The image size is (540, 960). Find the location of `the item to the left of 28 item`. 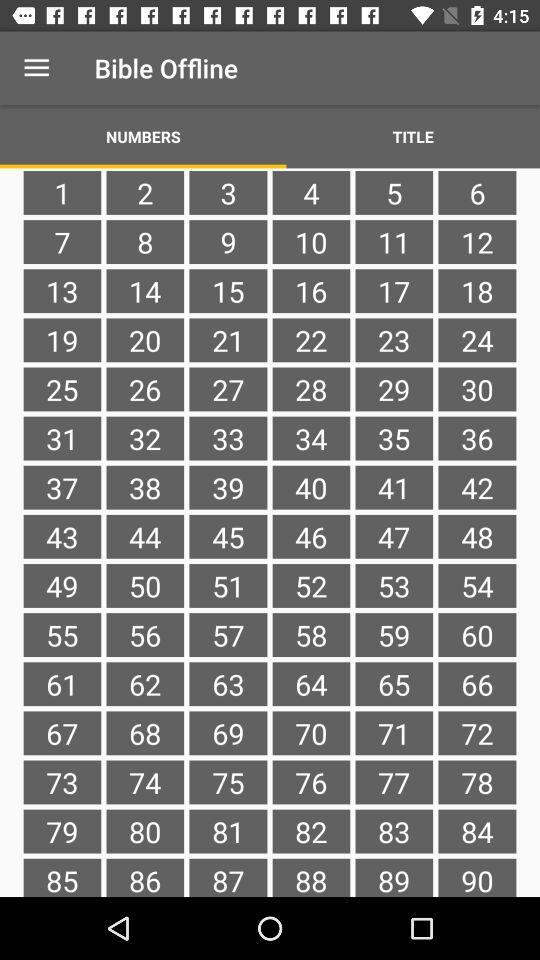

the item to the left of 28 item is located at coordinates (227, 438).